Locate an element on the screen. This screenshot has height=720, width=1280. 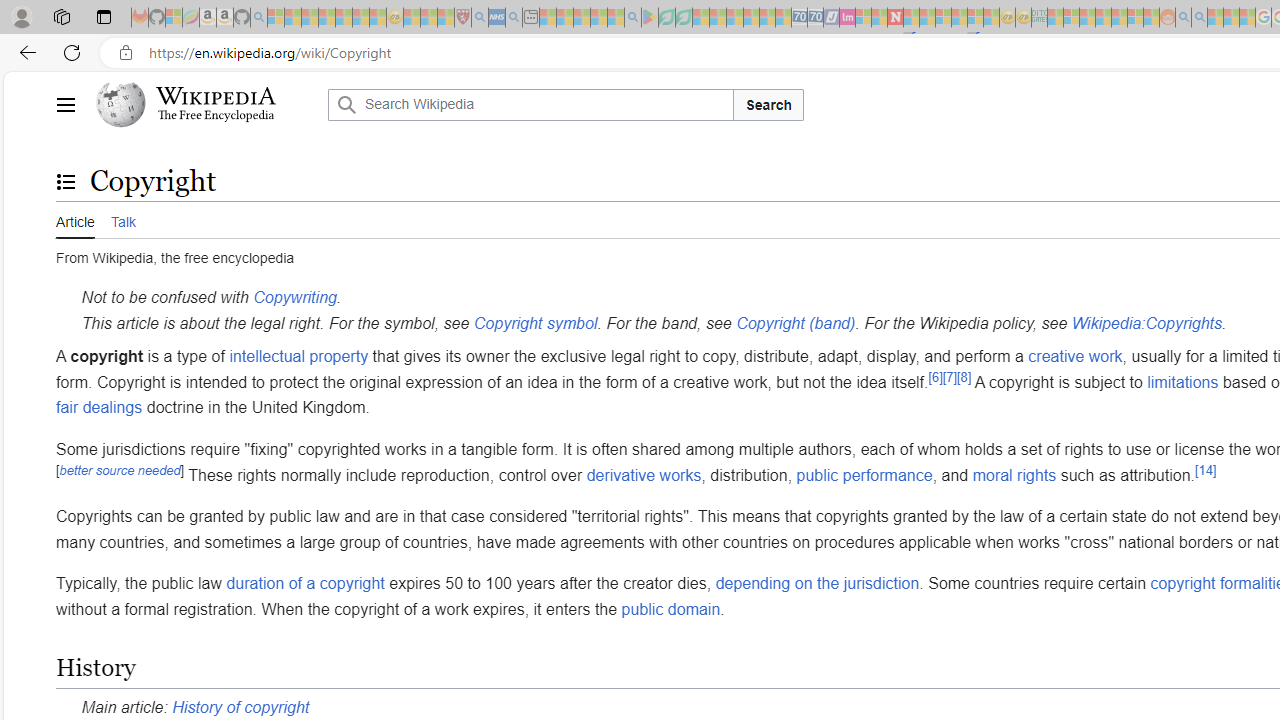
'New Report Confirms 2023 Was Record Hot | Watch - Sleeping' is located at coordinates (343, 17).